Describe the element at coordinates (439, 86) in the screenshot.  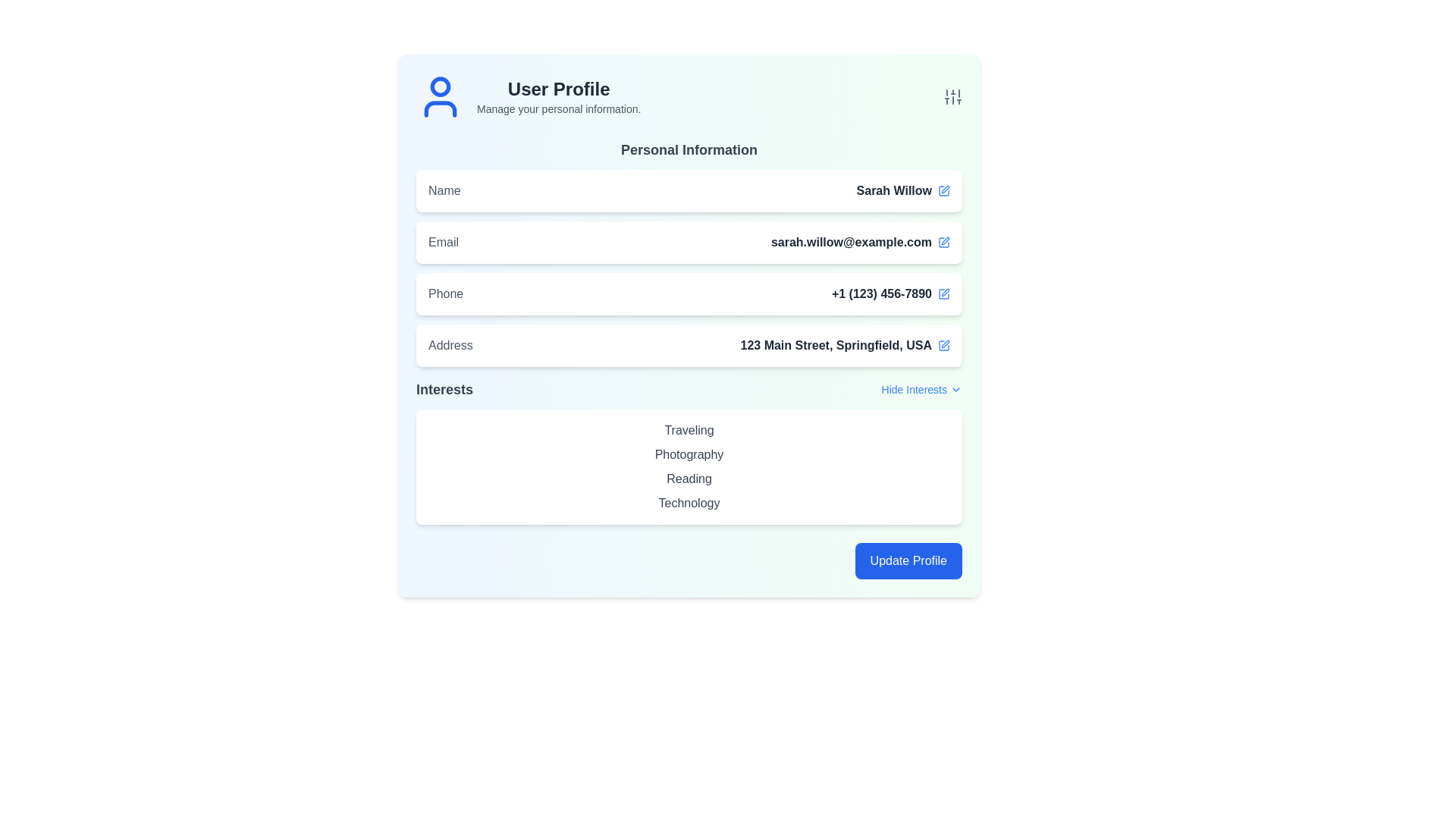
I see `the decorative circular graphical element that resembles a user profile picture, located next to the 'User Profile' title` at that location.